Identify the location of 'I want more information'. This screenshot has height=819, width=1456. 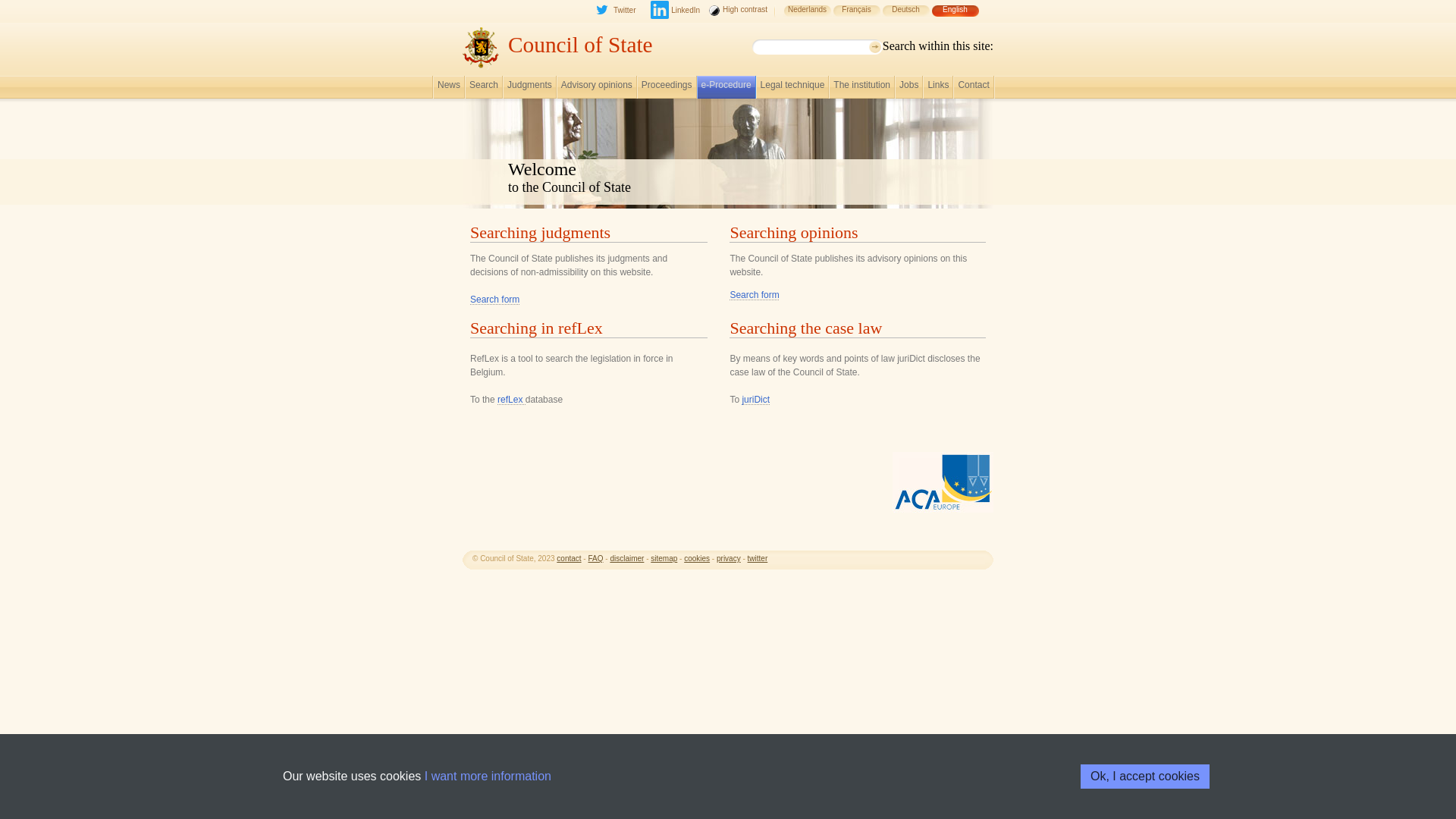
(488, 776).